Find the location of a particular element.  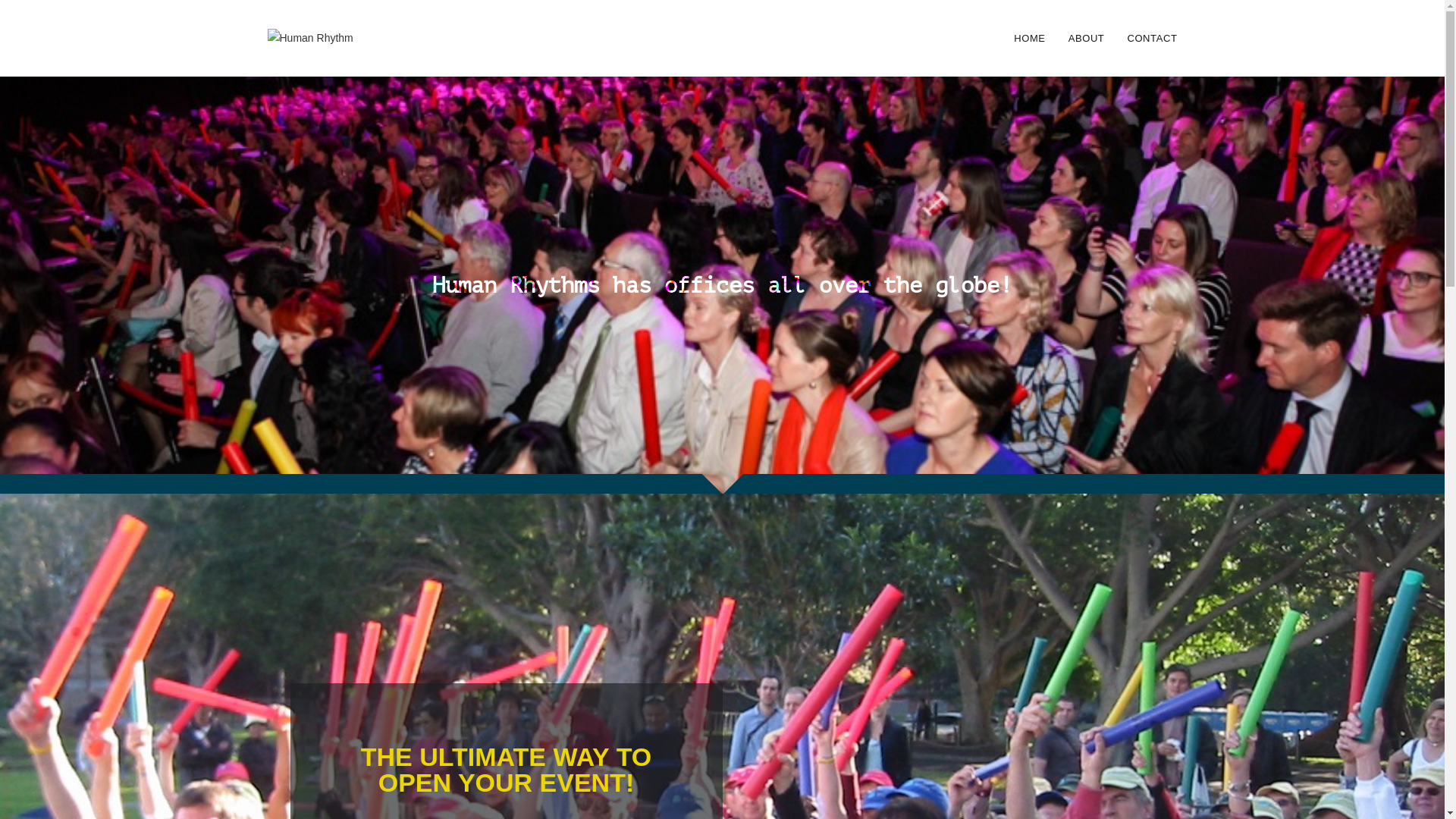

'ABOUT' is located at coordinates (1086, 37).